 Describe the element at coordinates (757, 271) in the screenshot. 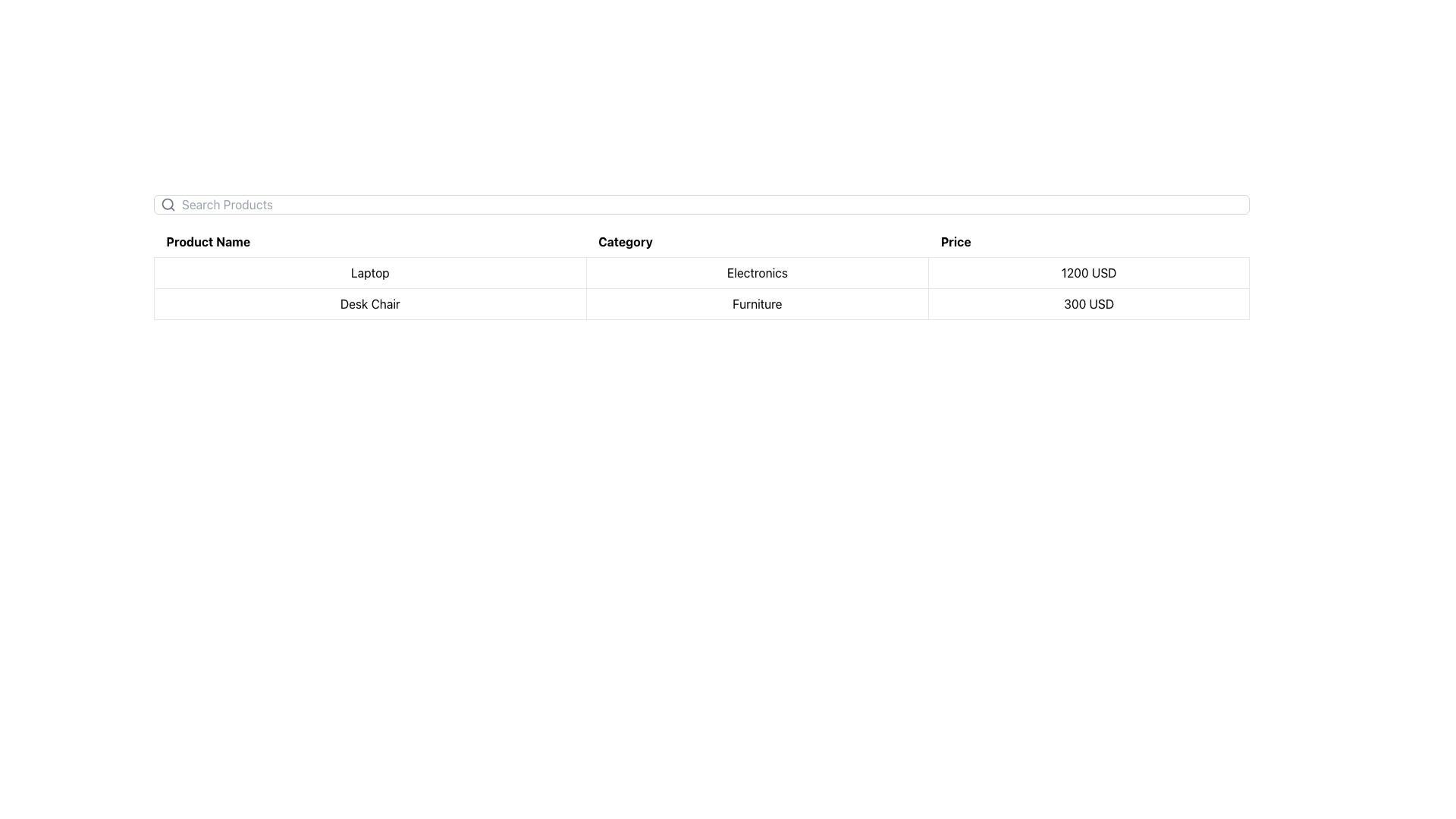

I see `text displayed in the 'Electronics' cell of the product details table, which is positioned in the second column of the first row` at that location.